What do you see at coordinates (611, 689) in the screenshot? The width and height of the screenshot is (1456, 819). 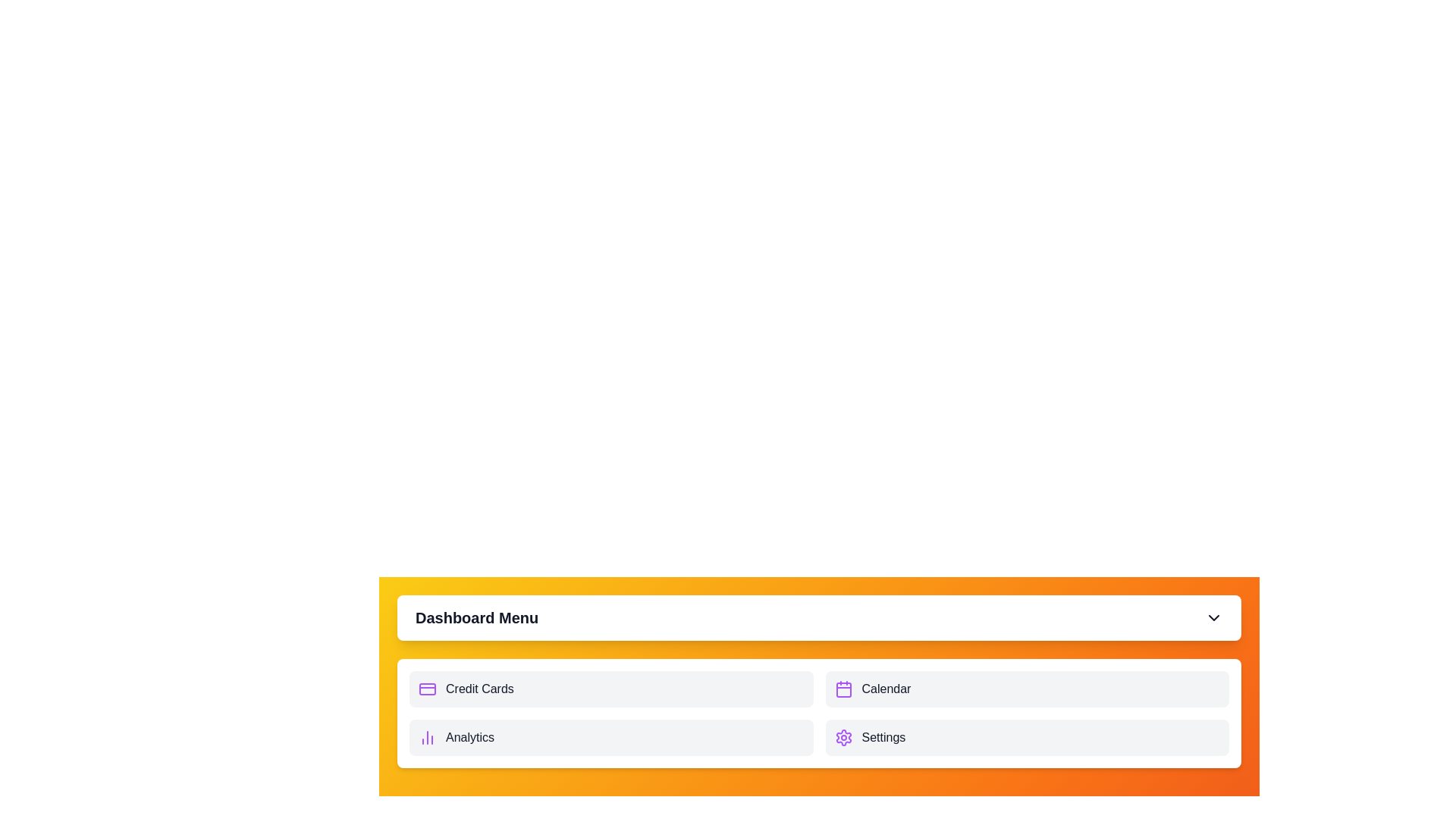 I see `the menu item Credit Cards` at bounding box center [611, 689].